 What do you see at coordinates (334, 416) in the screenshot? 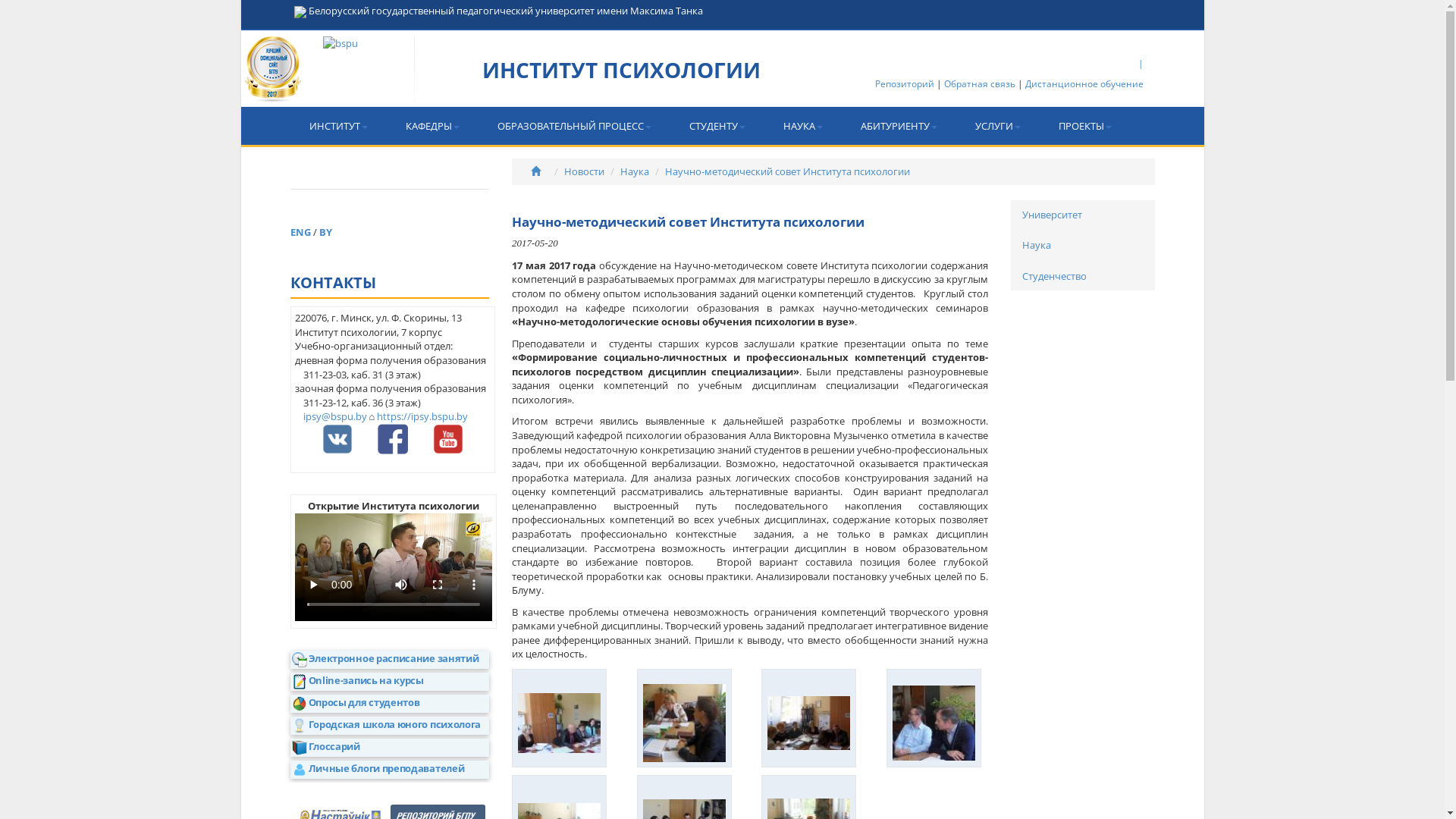
I see `'ipsy@bspu.by'` at bounding box center [334, 416].